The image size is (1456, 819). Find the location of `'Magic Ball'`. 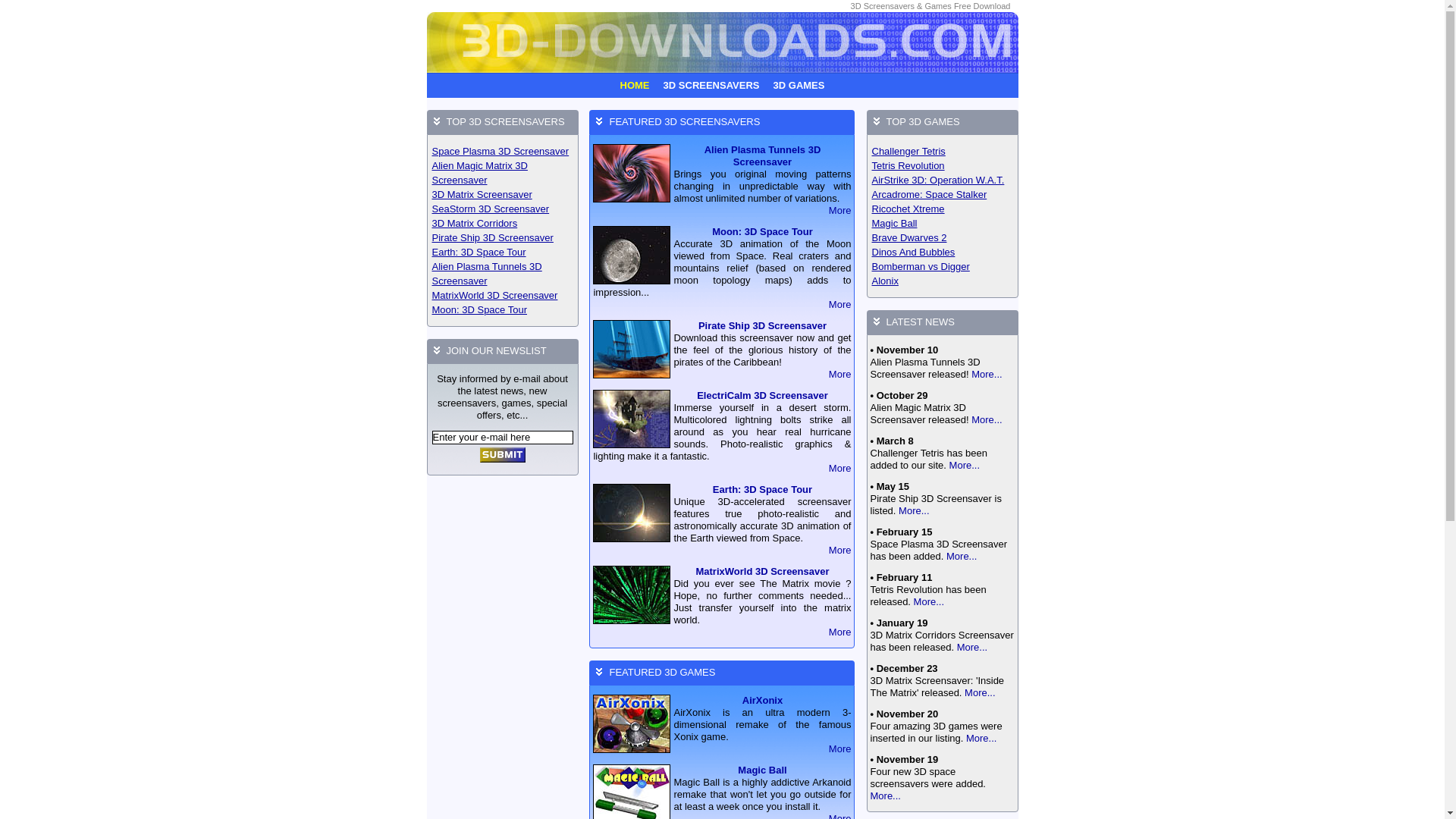

'Magic Ball' is located at coordinates (761, 770).